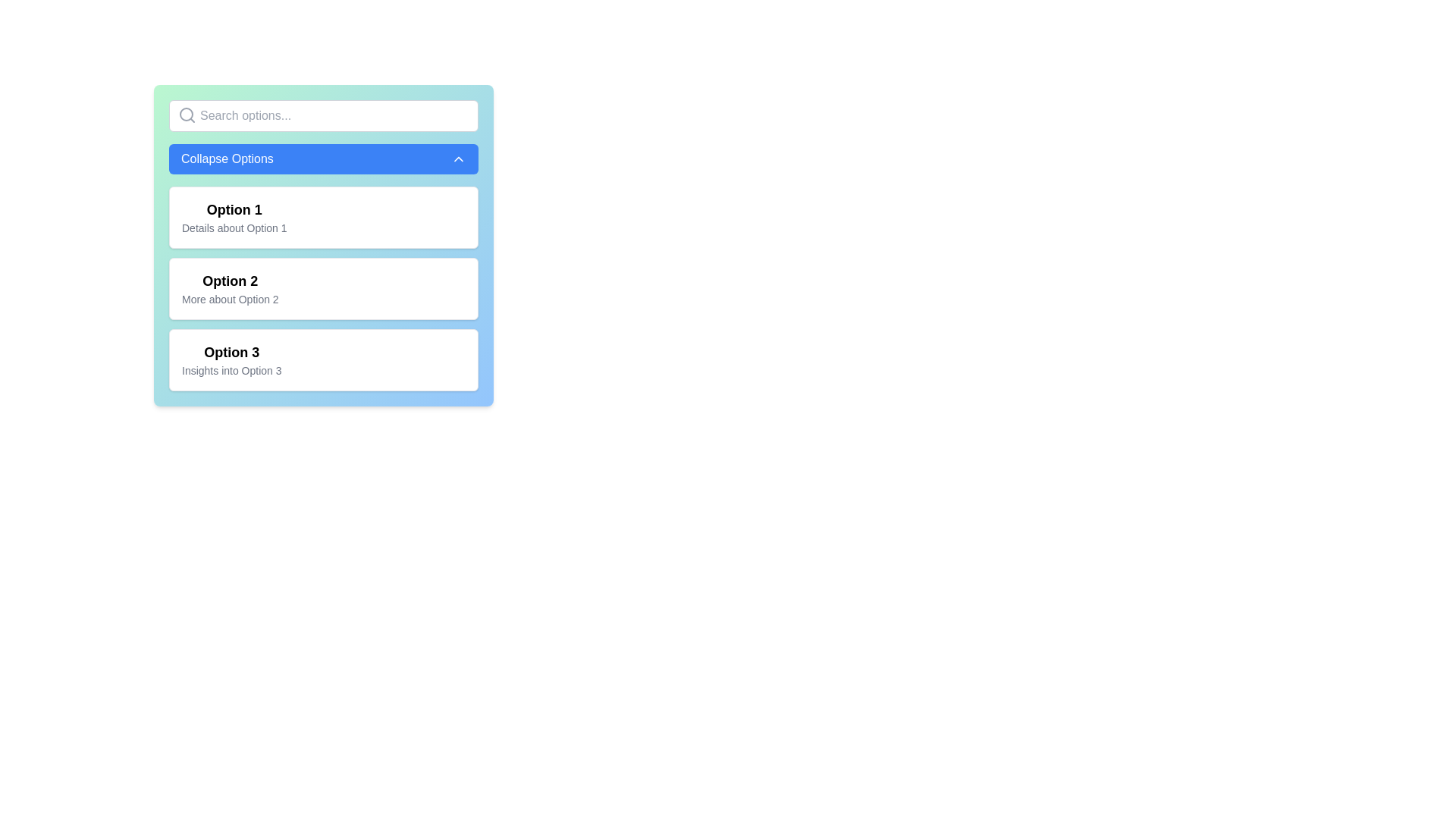  I want to click on the List item labeled 'Option 2', which is the middle selectable item in a vertical list of three options, to allow for interaction or selection, so click(323, 289).